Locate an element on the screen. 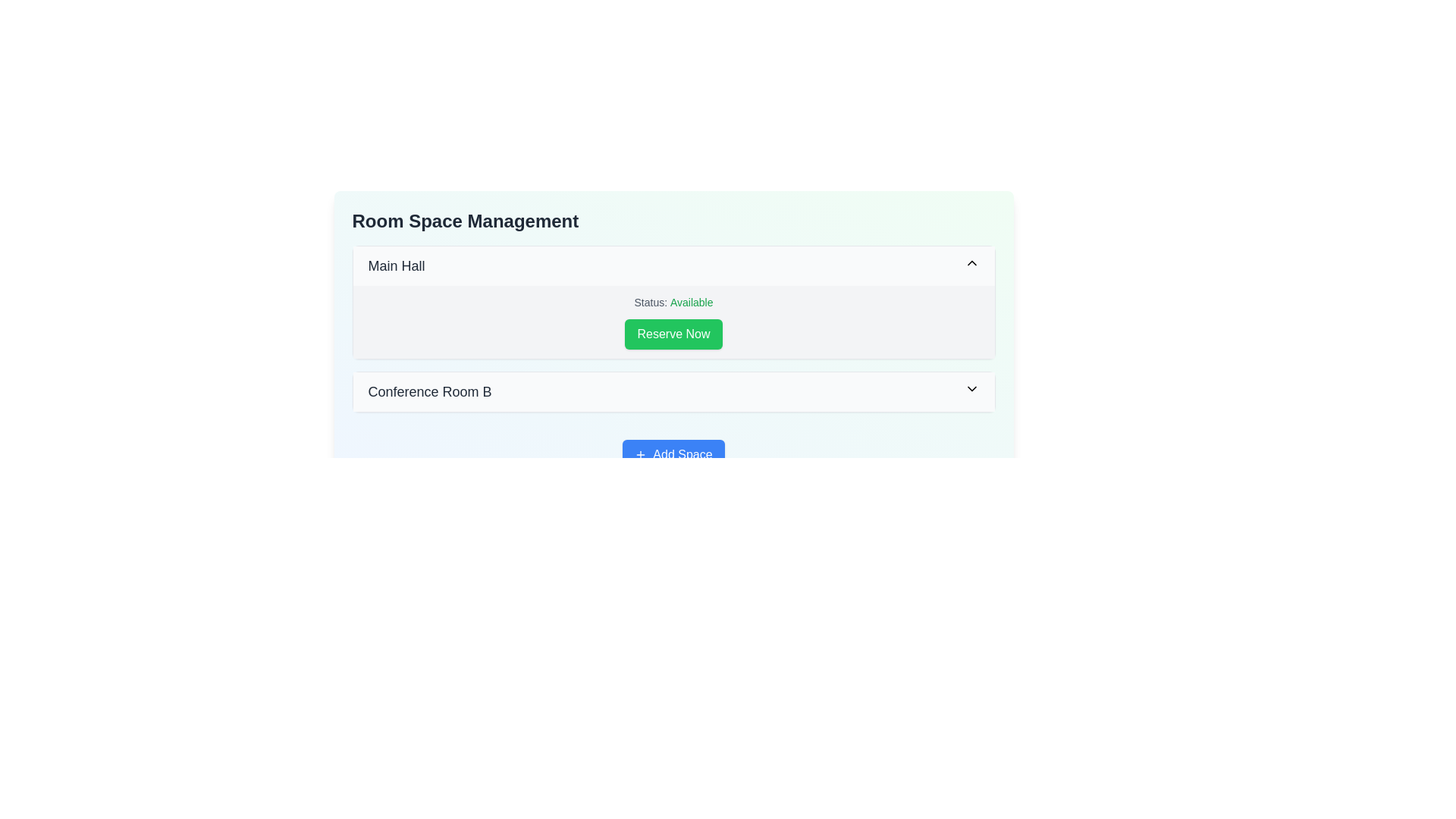  the dropdown menu item labeled 'Conference Room B' is located at coordinates (673, 391).